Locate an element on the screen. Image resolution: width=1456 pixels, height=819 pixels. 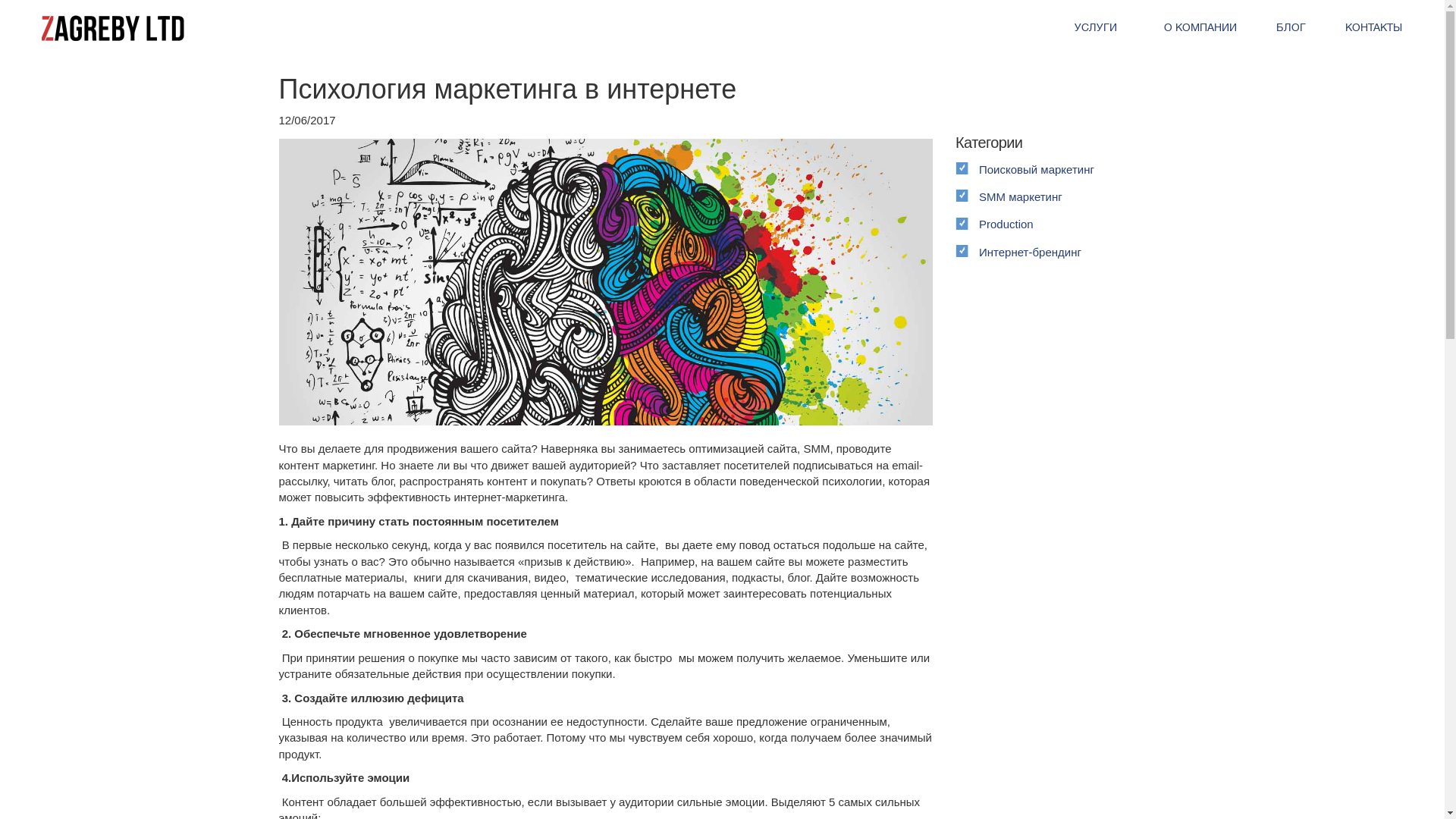
'Production' is located at coordinates (954, 223).